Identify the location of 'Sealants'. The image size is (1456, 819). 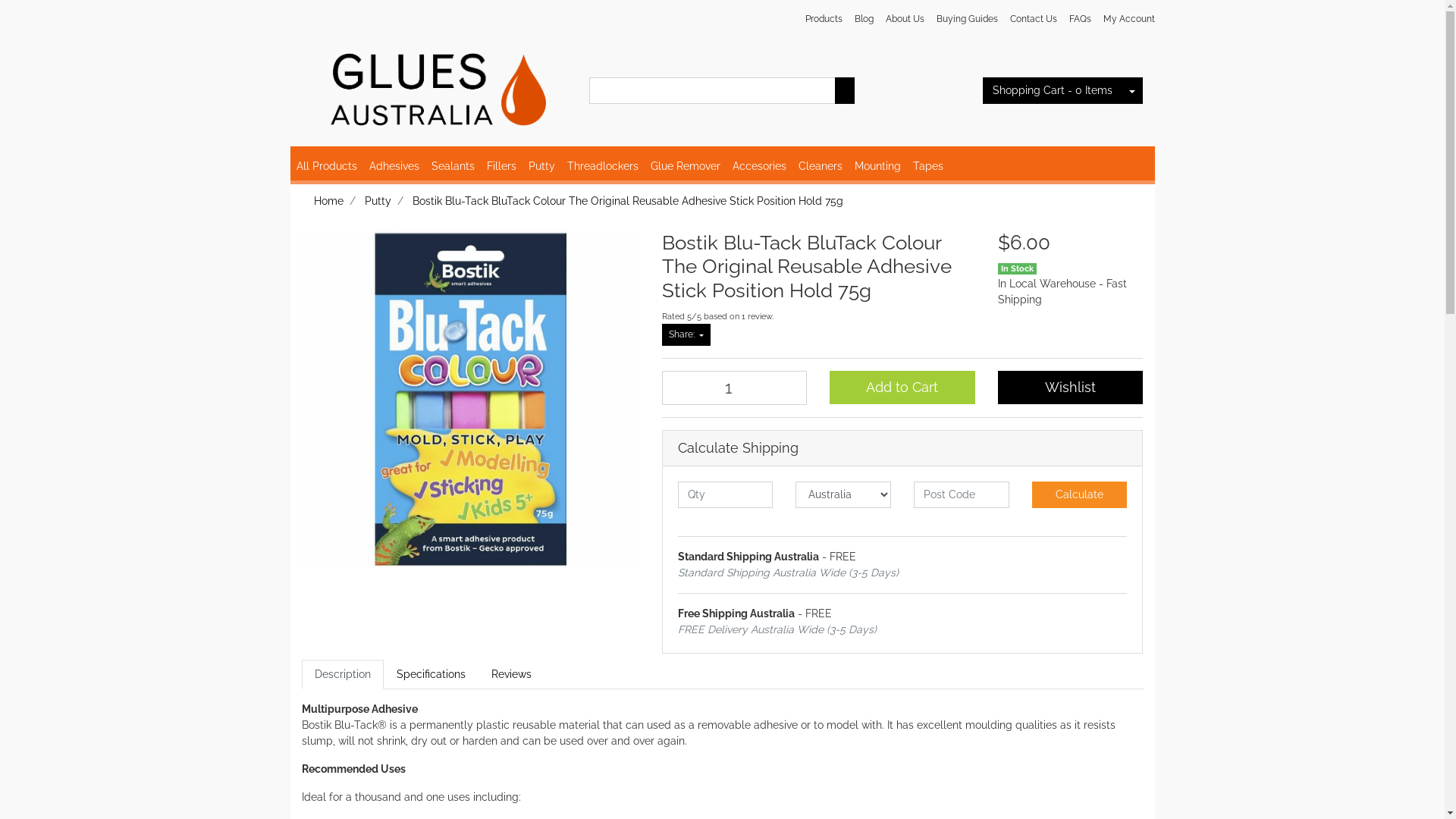
(451, 166).